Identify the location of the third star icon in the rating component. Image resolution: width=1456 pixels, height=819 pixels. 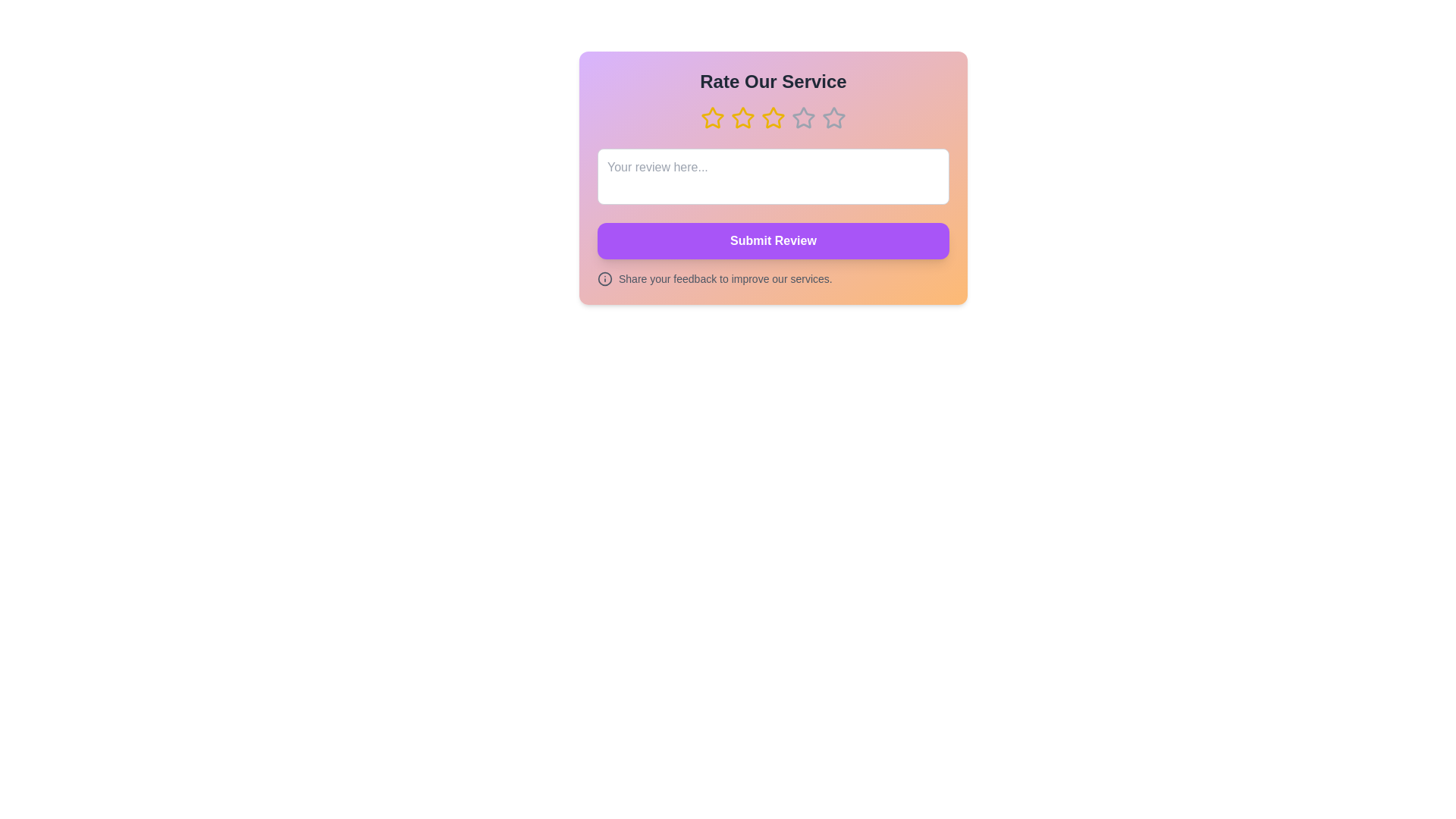
(742, 117).